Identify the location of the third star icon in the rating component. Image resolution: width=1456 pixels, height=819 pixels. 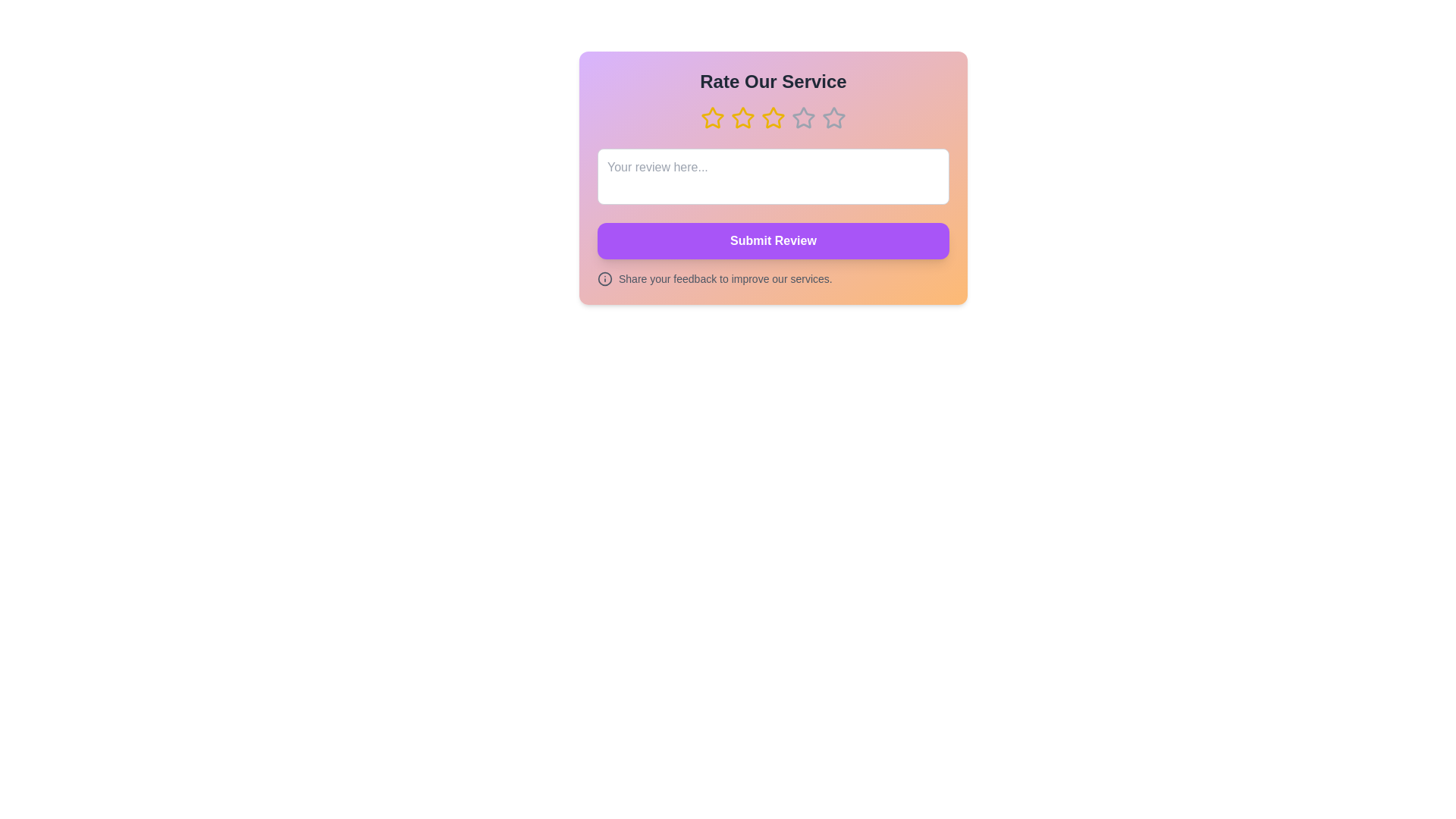
(742, 117).